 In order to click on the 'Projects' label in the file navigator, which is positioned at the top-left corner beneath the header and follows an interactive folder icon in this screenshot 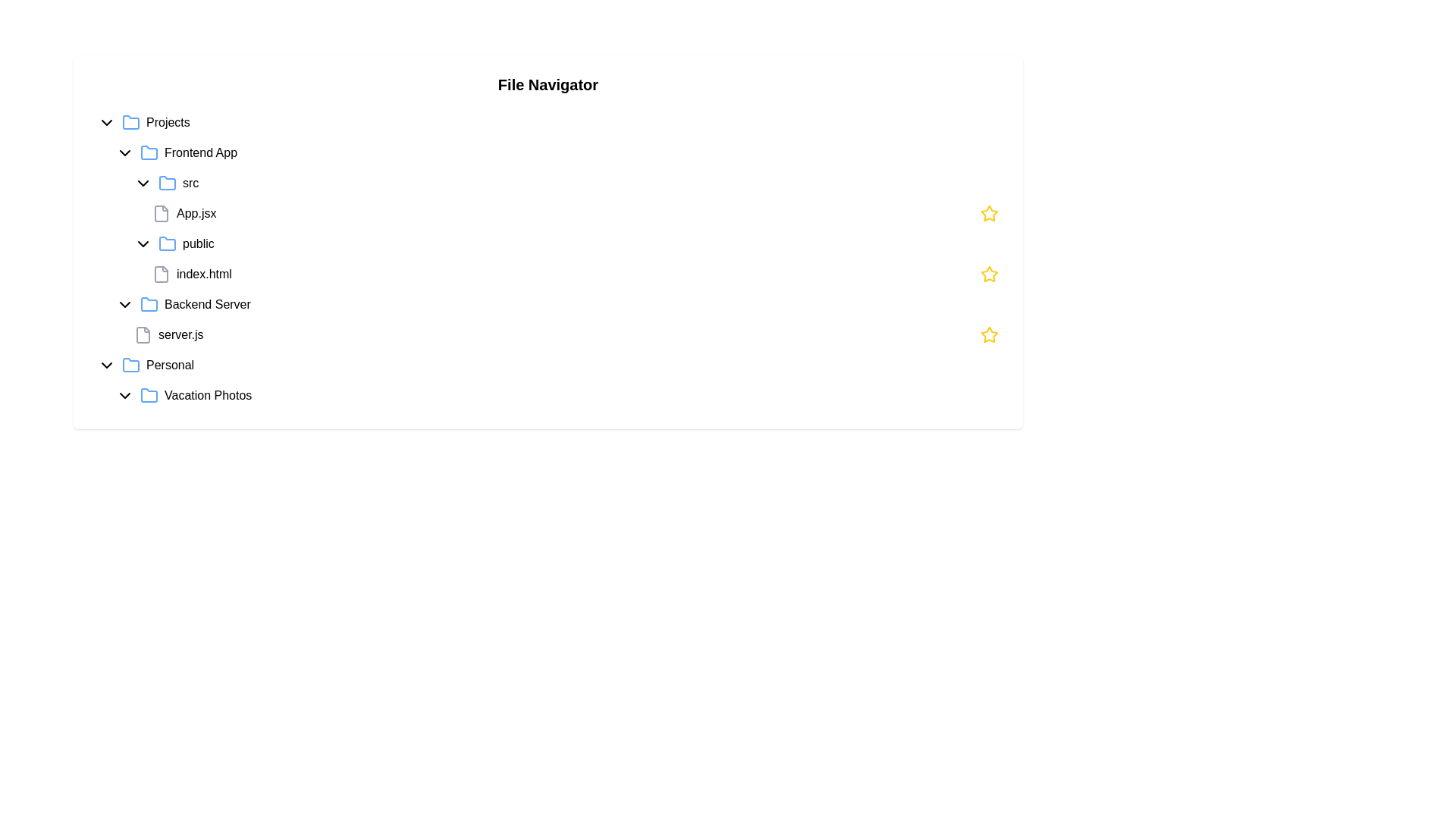, I will do `click(168, 122)`.